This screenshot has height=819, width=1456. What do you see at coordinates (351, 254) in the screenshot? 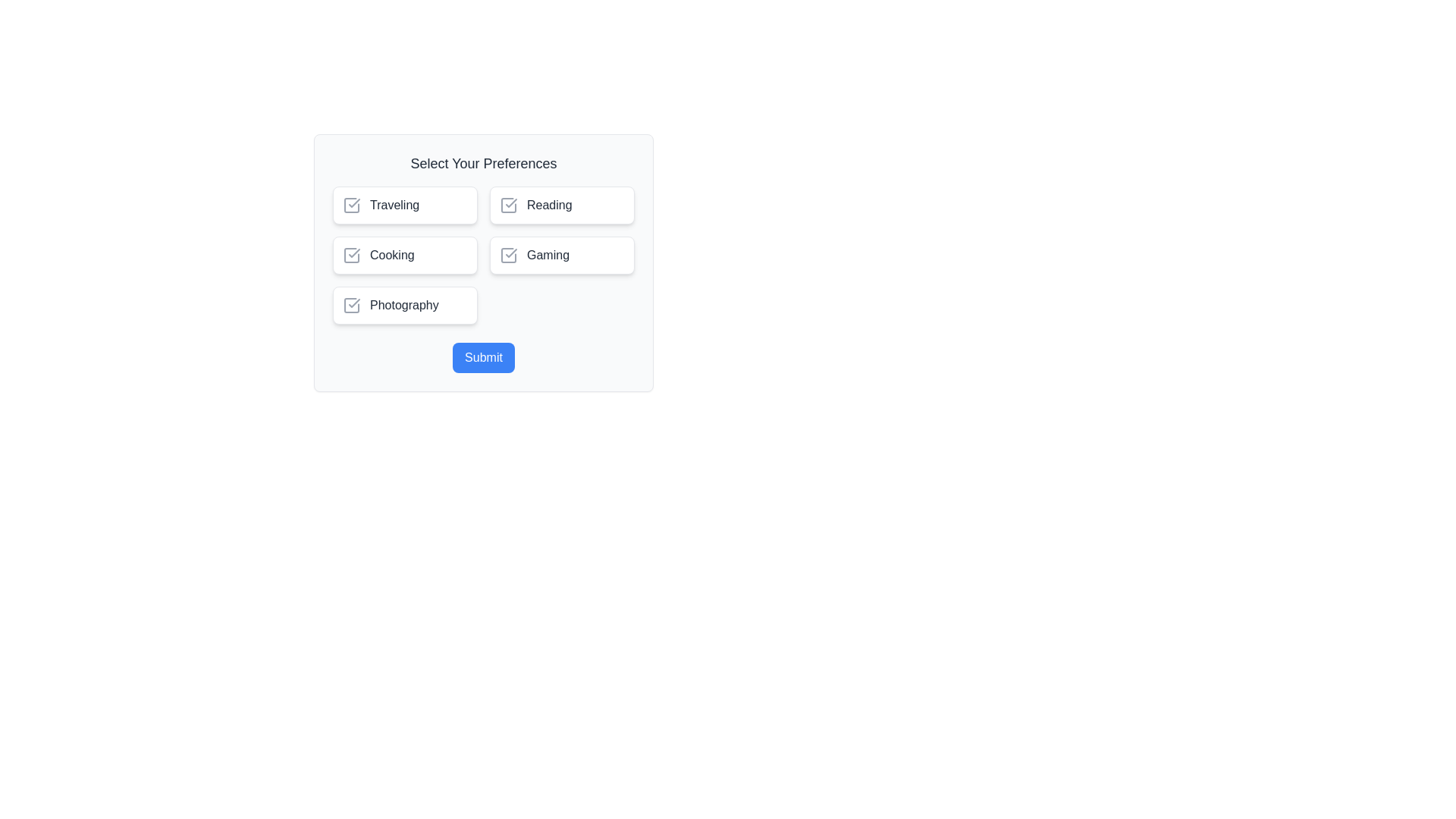
I see `the checkbox icon outlined in gray with a check mark inside, located on the left side of the card containing the text 'Cooking'` at bounding box center [351, 254].